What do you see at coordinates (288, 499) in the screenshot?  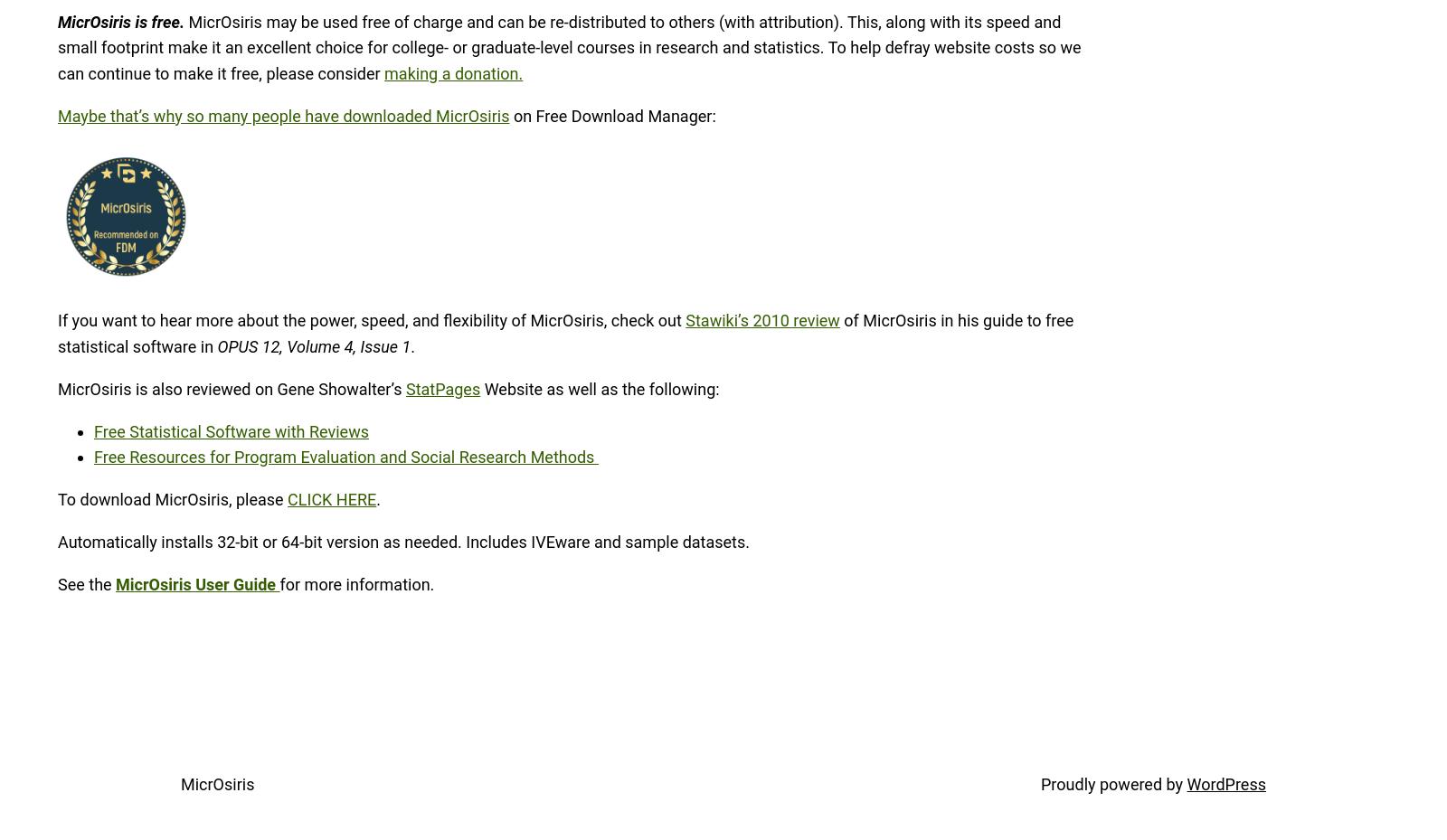 I see `'CLICK HERE'` at bounding box center [288, 499].